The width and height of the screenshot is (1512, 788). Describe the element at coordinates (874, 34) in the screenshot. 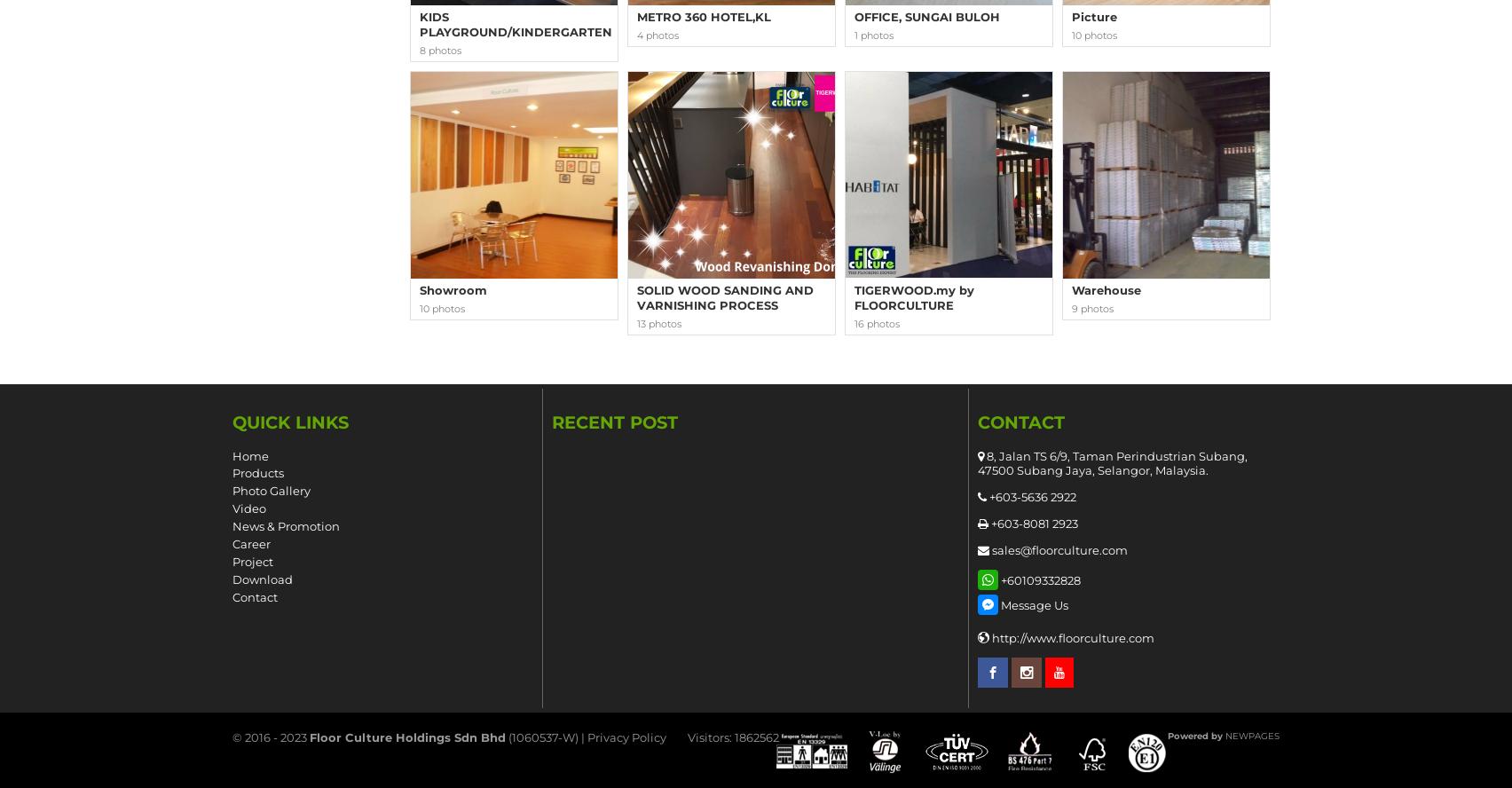

I see `'1 photos'` at that location.